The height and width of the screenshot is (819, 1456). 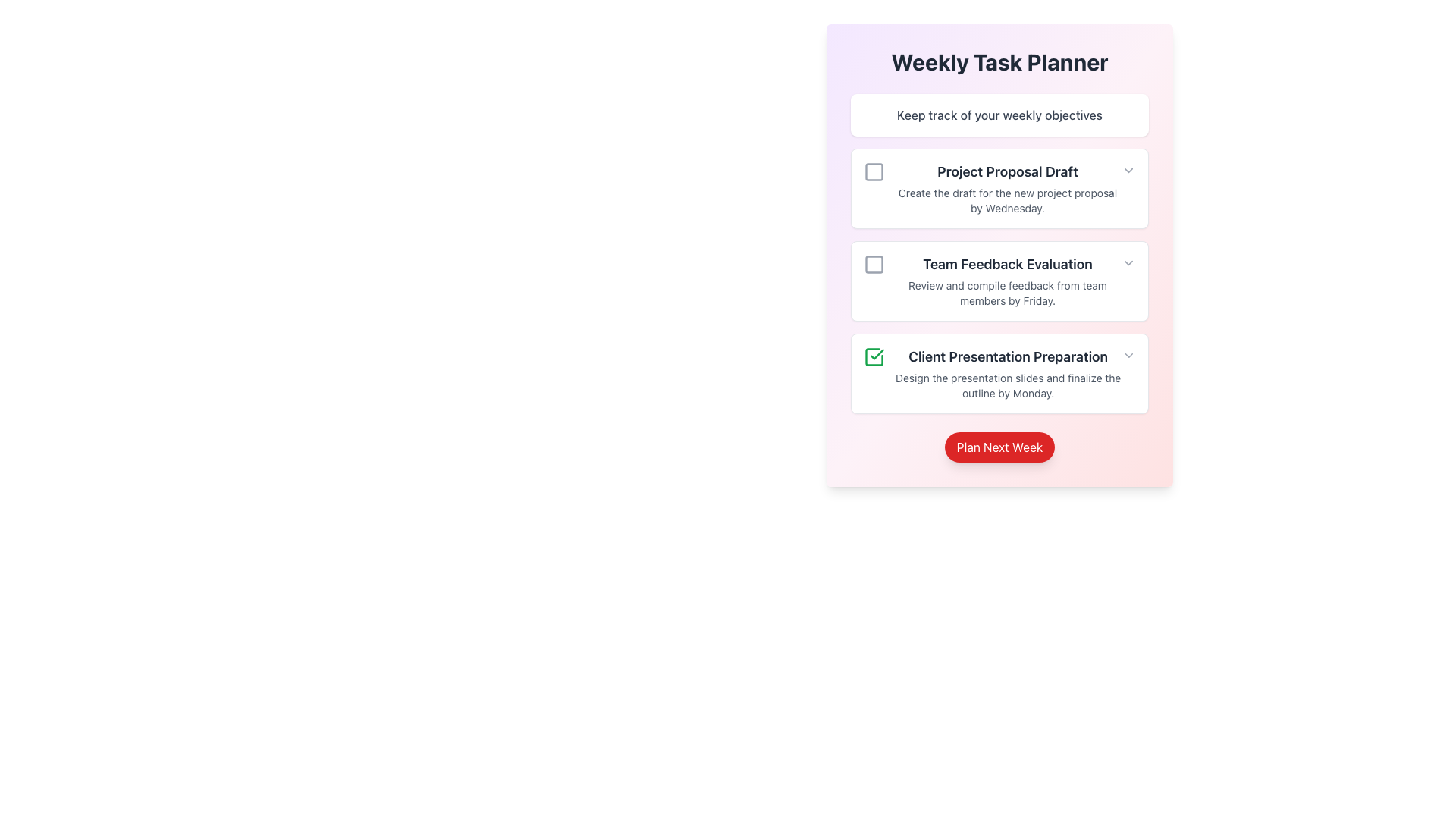 I want to click on text content displayed in the task title and description within the second card of the task list, so click(x=993, y=188).